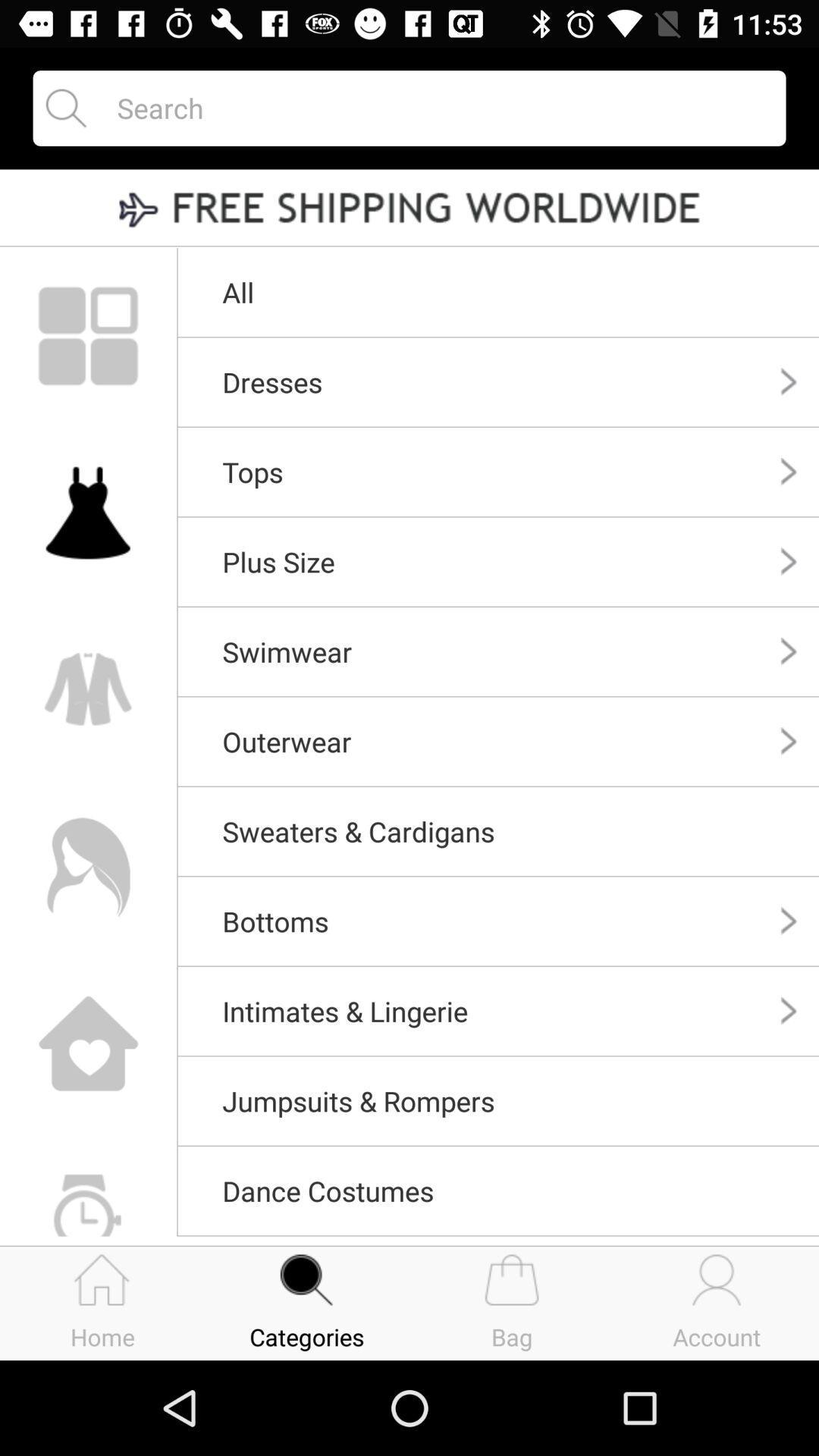  I want to click on search textbox, so click(438, 107).